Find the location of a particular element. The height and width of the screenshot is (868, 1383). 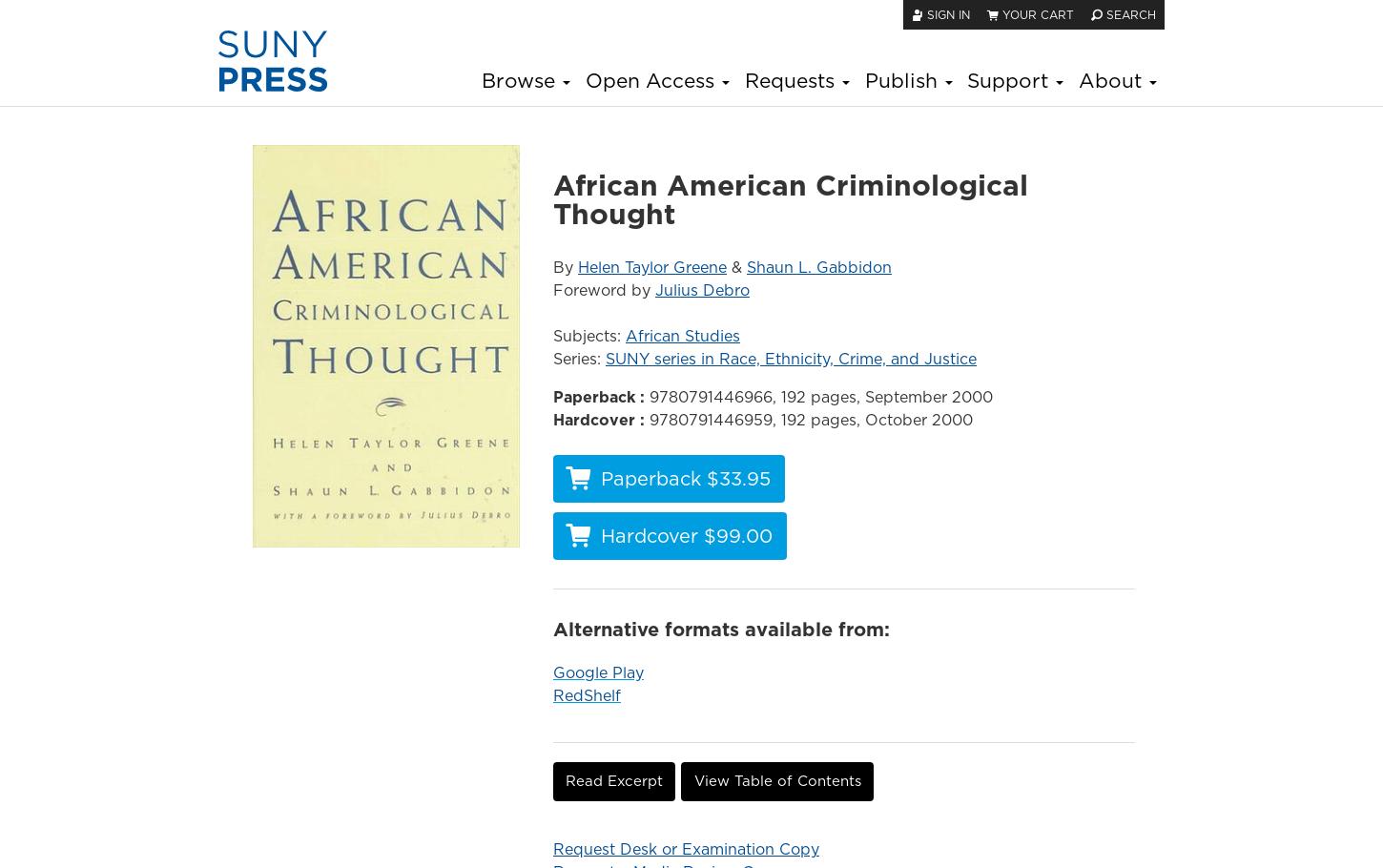

'Paperback
                            :' is located at coordinates (551, 395).